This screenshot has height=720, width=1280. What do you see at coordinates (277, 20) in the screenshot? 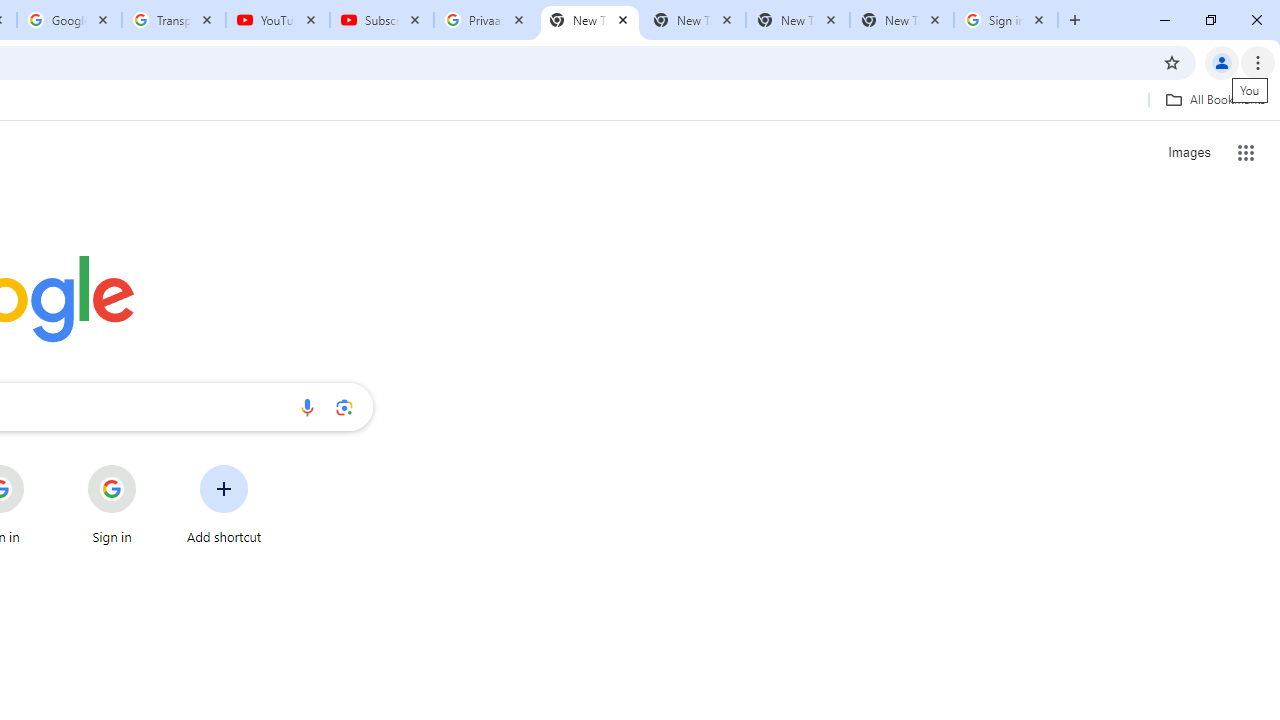
I see `'YouTube'` at bounding box center [277, 20].